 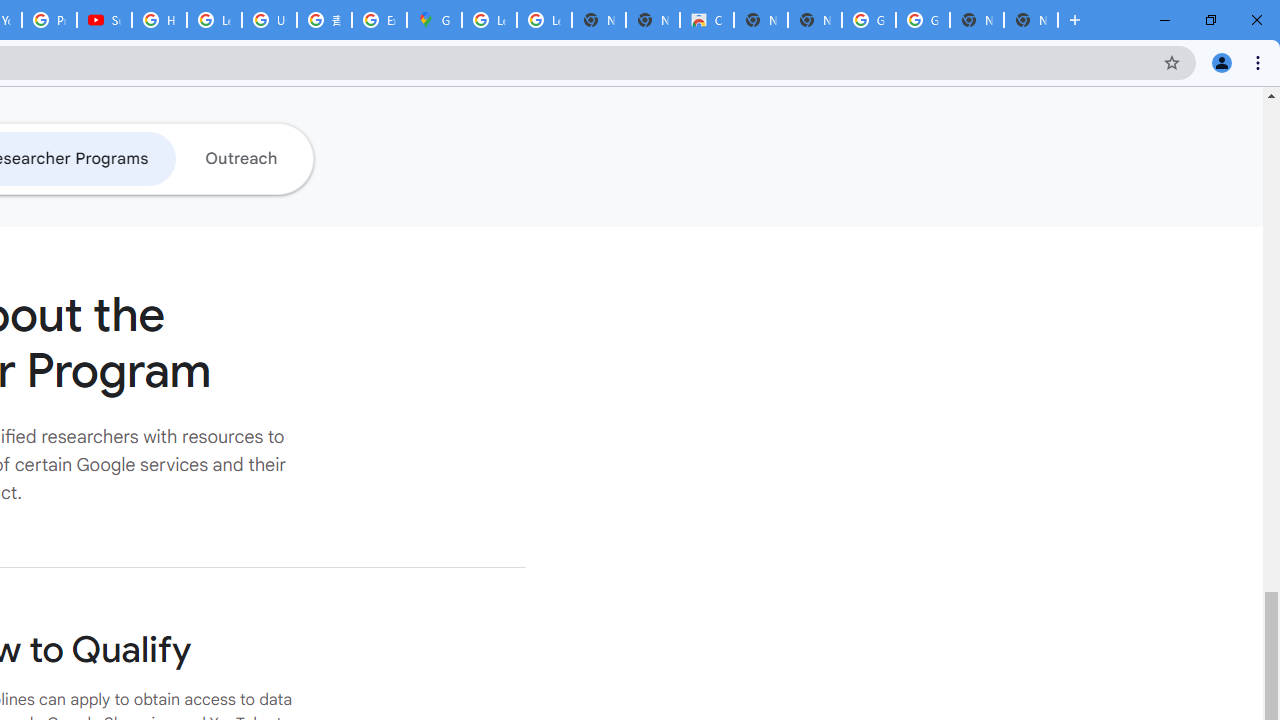 I want to click on 'Outreach', so click(x=240, y=157).